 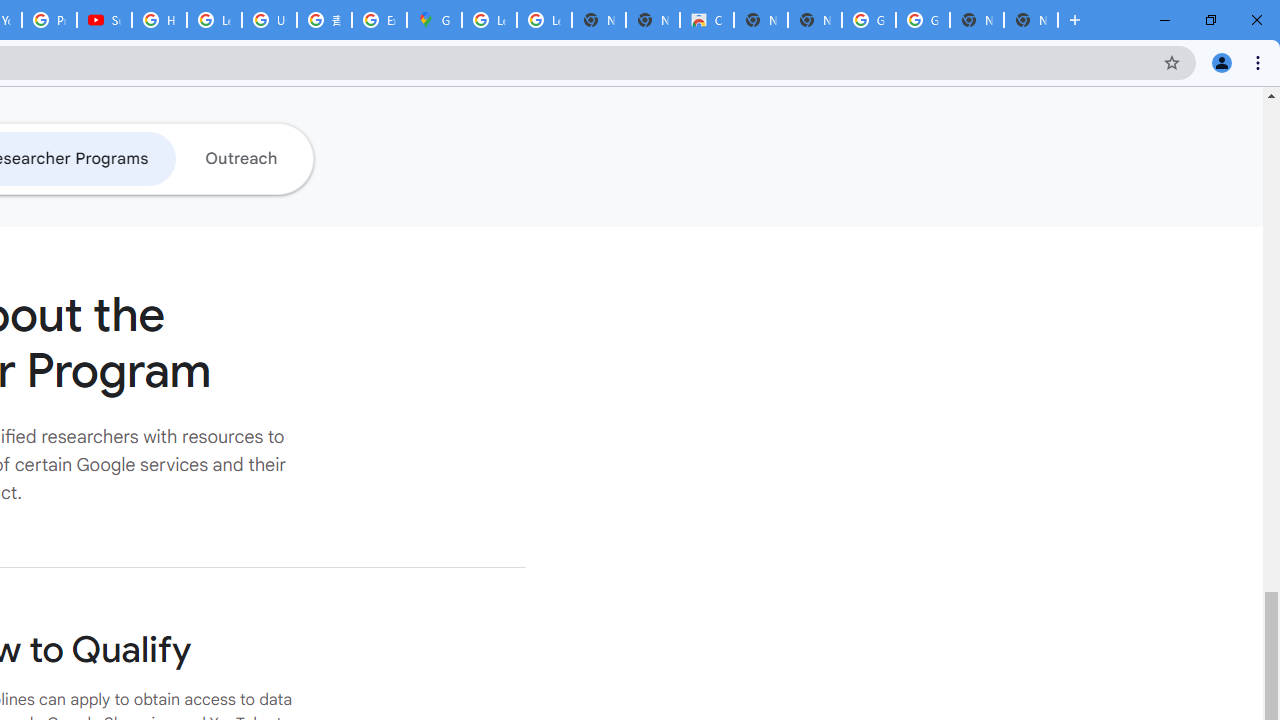 I want to click on 'Outreach', so click(x=240, y=157).